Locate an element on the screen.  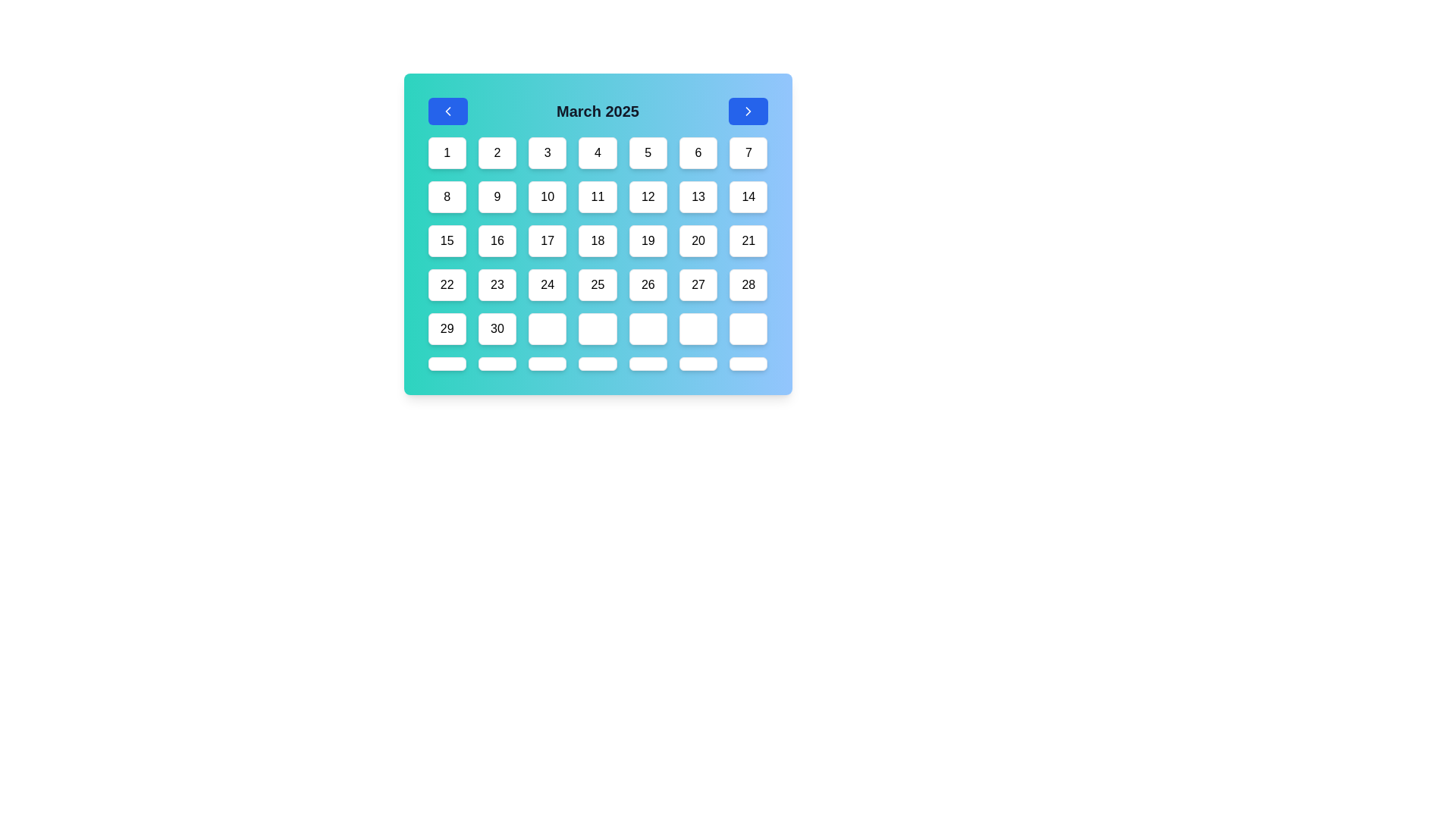
the button displaying the calendar date for the 27th is located at coordinates (698, 284).